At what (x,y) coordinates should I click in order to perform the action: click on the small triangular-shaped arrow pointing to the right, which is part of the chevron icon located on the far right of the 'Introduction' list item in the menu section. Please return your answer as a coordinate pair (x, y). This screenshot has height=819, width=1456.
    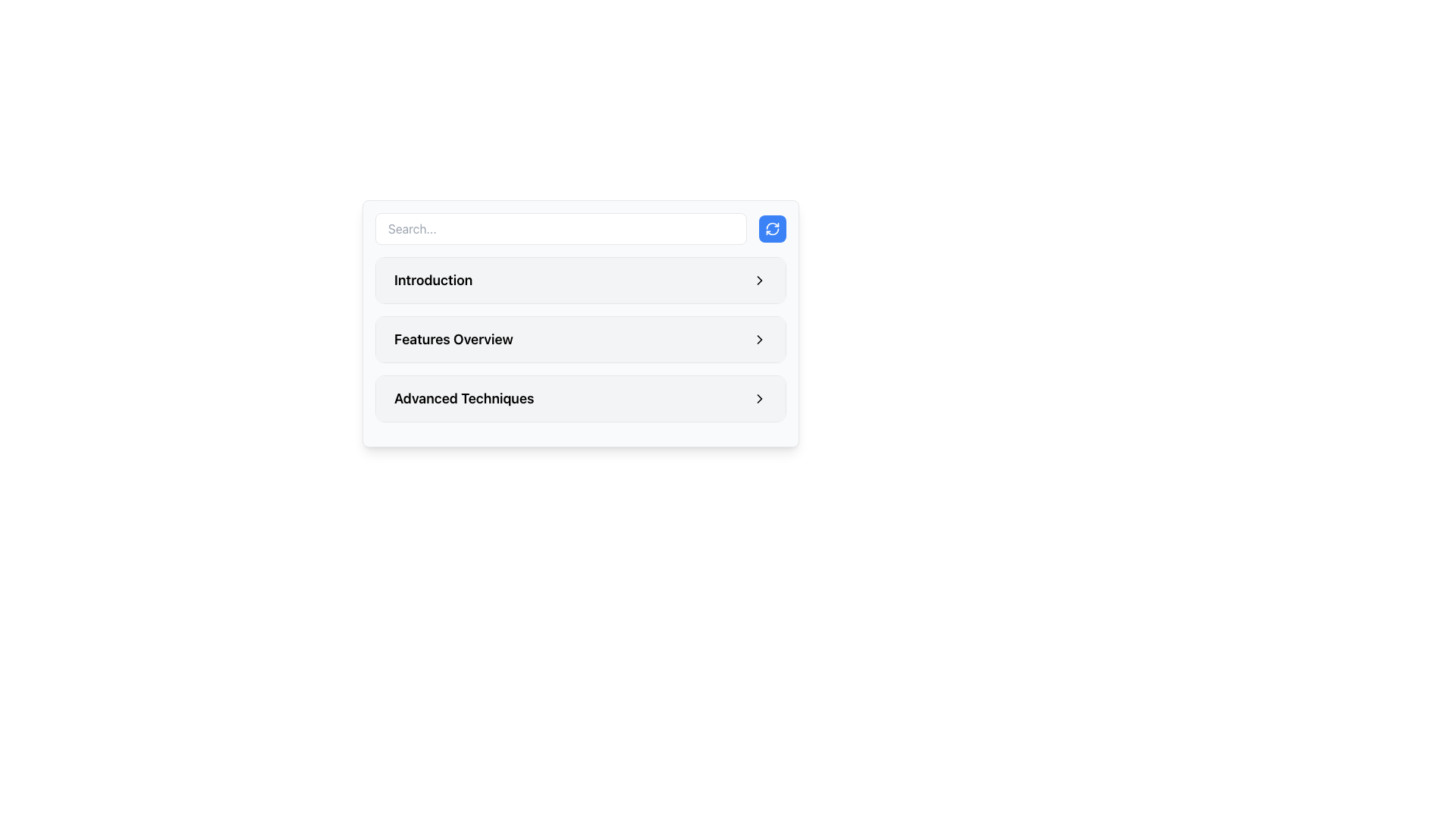
    Looking at the image, I should click on (760, 281).